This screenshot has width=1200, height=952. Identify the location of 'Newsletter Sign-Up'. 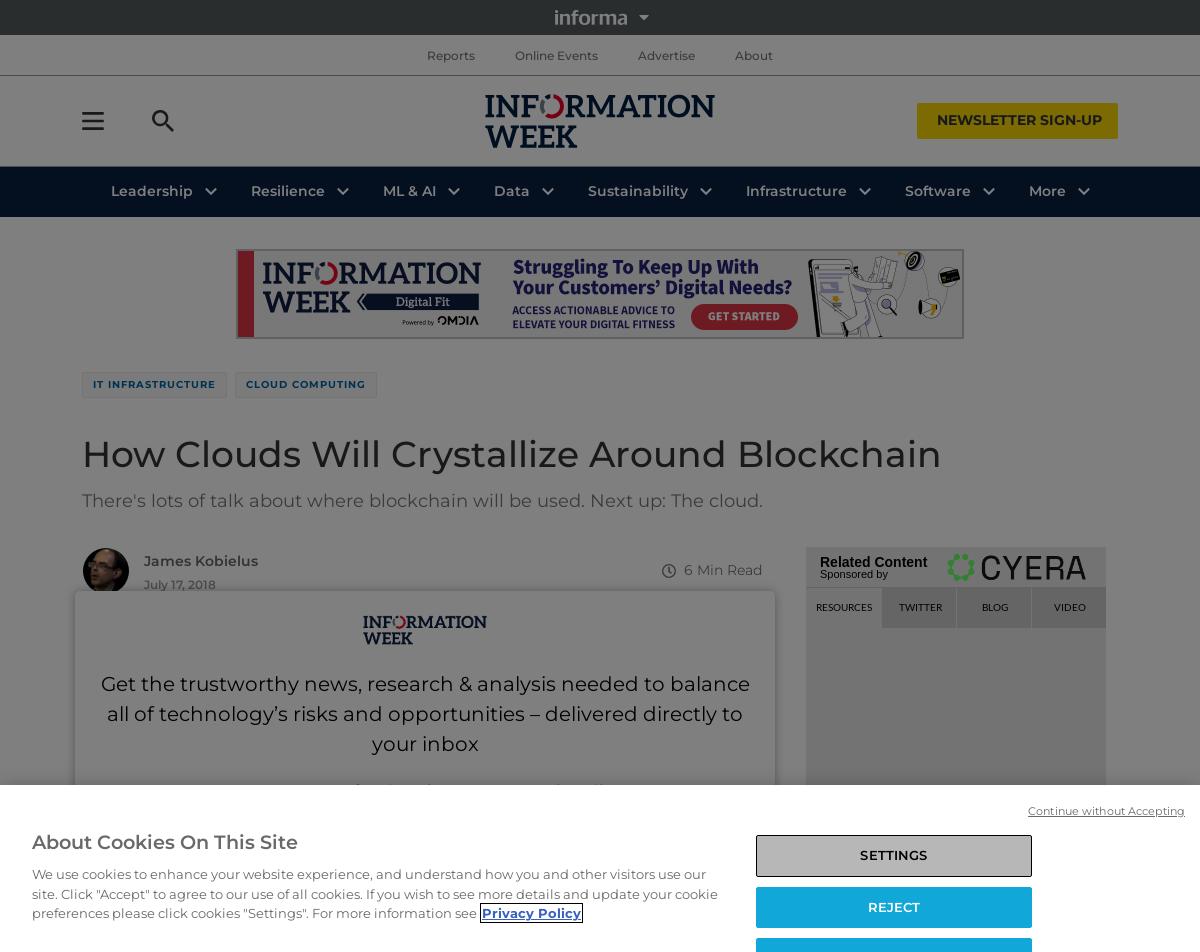
(1019, 120).